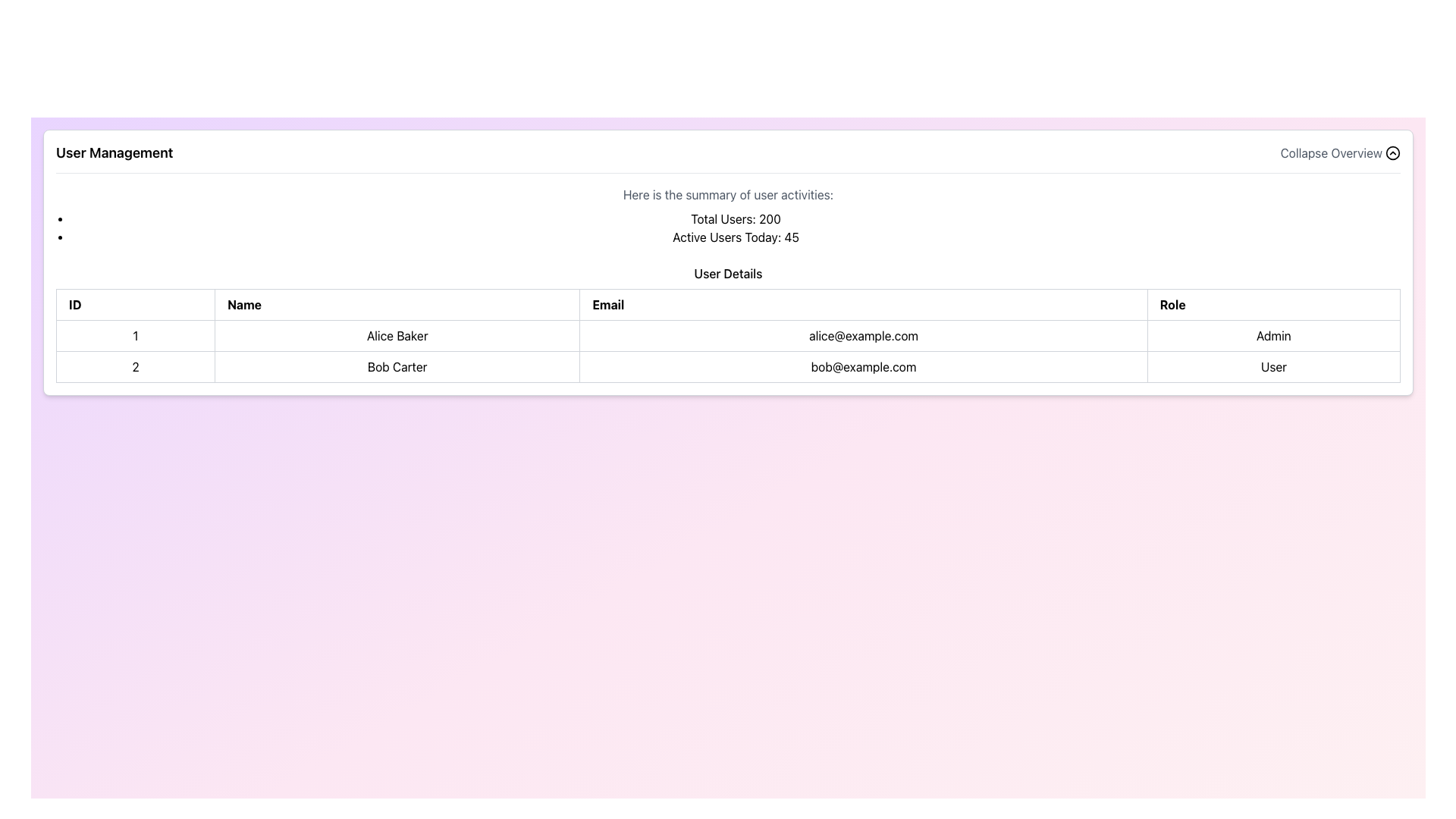 This screenshot has width=1456, height=819. Describe the element at coordinates (1393, 152) in the screenshot. I see `the circular icon with an upwards-pointing chevron, located at the far right of the 'Collapse Overview' section, to provide tooltip or indication` at that location.